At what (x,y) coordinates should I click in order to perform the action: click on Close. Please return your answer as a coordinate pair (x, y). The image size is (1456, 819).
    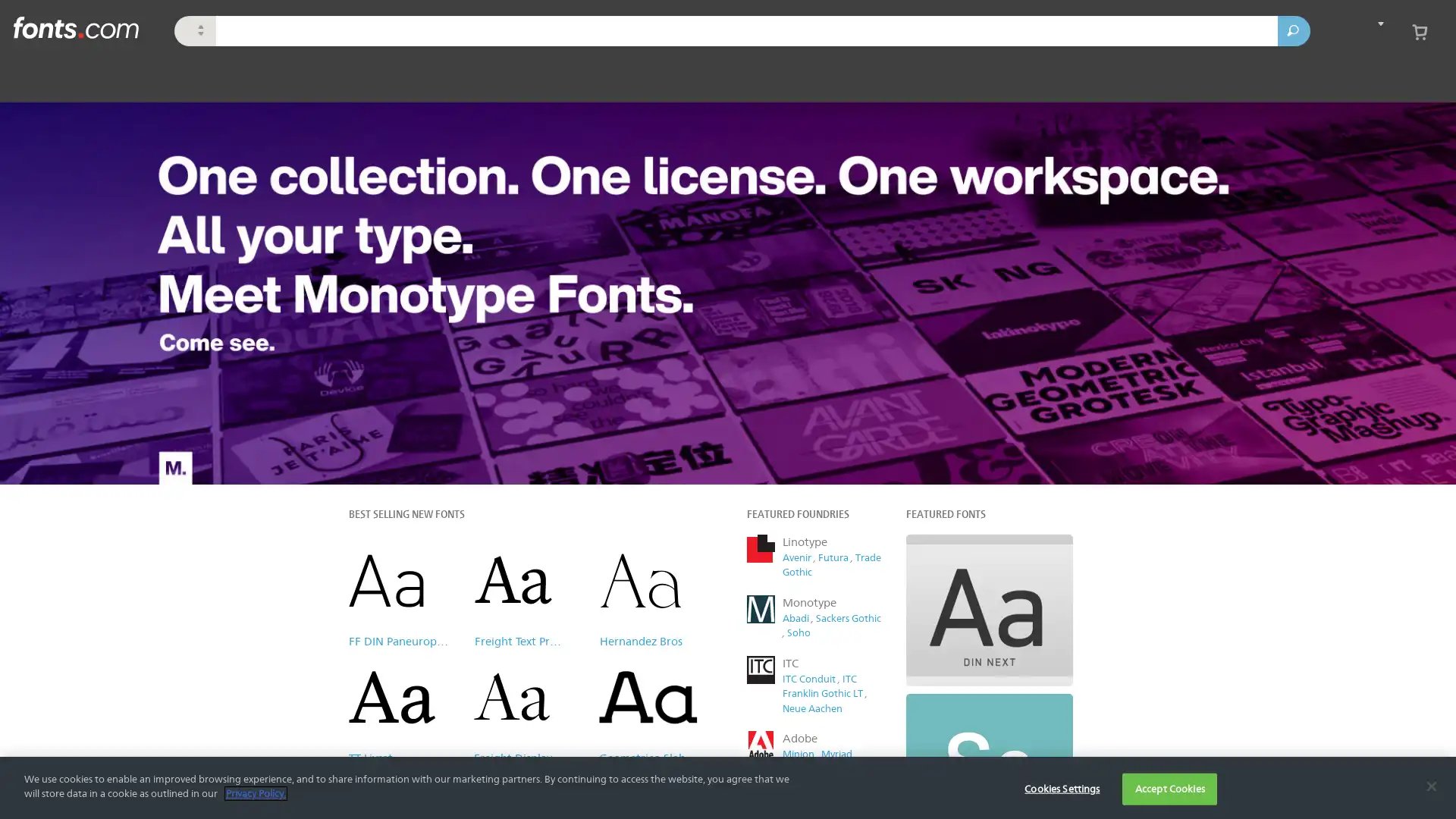
    Looking at the image, I should click on (1012, 109).